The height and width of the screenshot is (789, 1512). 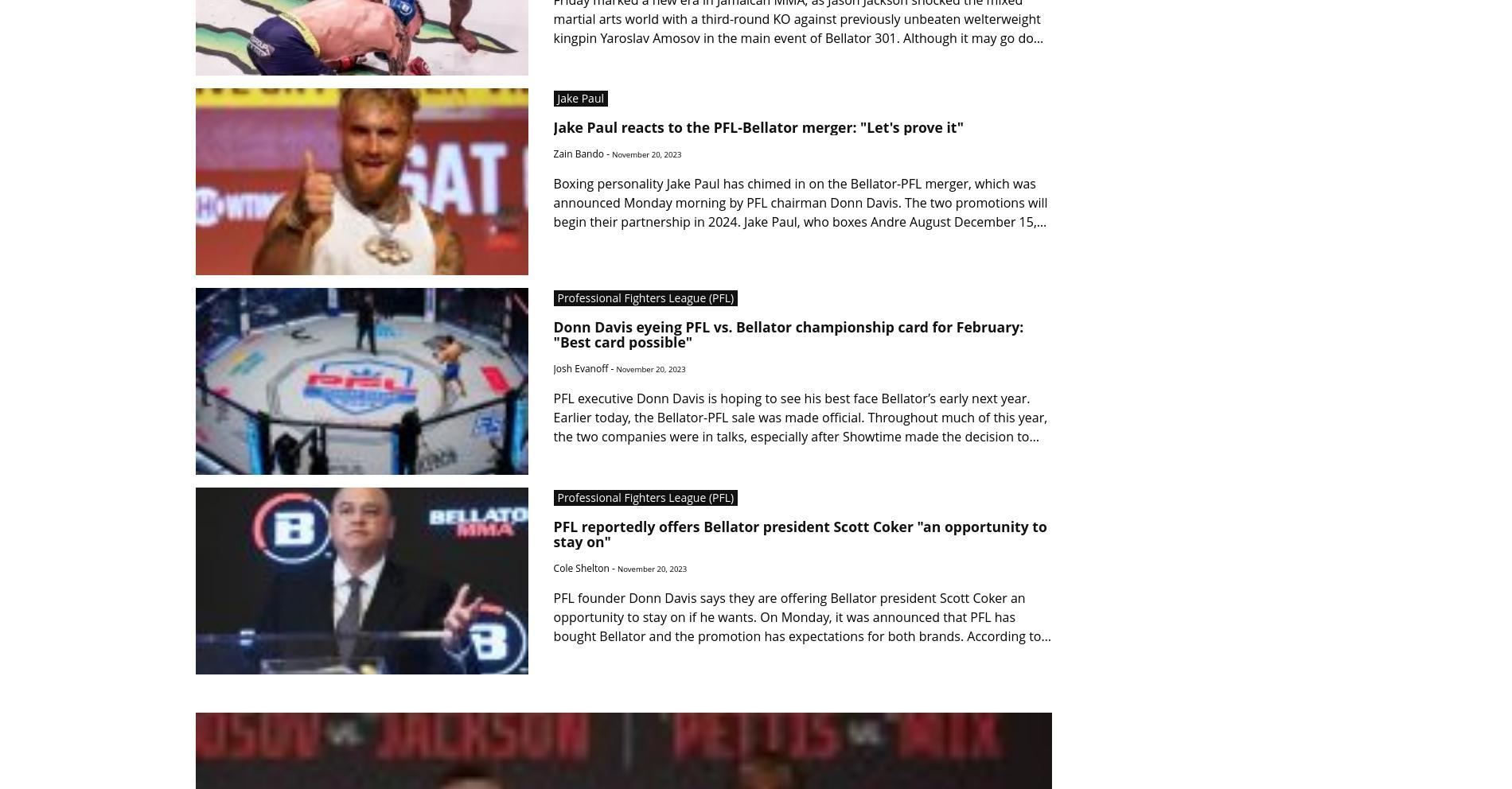 I want to click on 'Jake Paul reacts to the PFL-Bellator merger: "Let's prove it"', so click(x=758, y=127).